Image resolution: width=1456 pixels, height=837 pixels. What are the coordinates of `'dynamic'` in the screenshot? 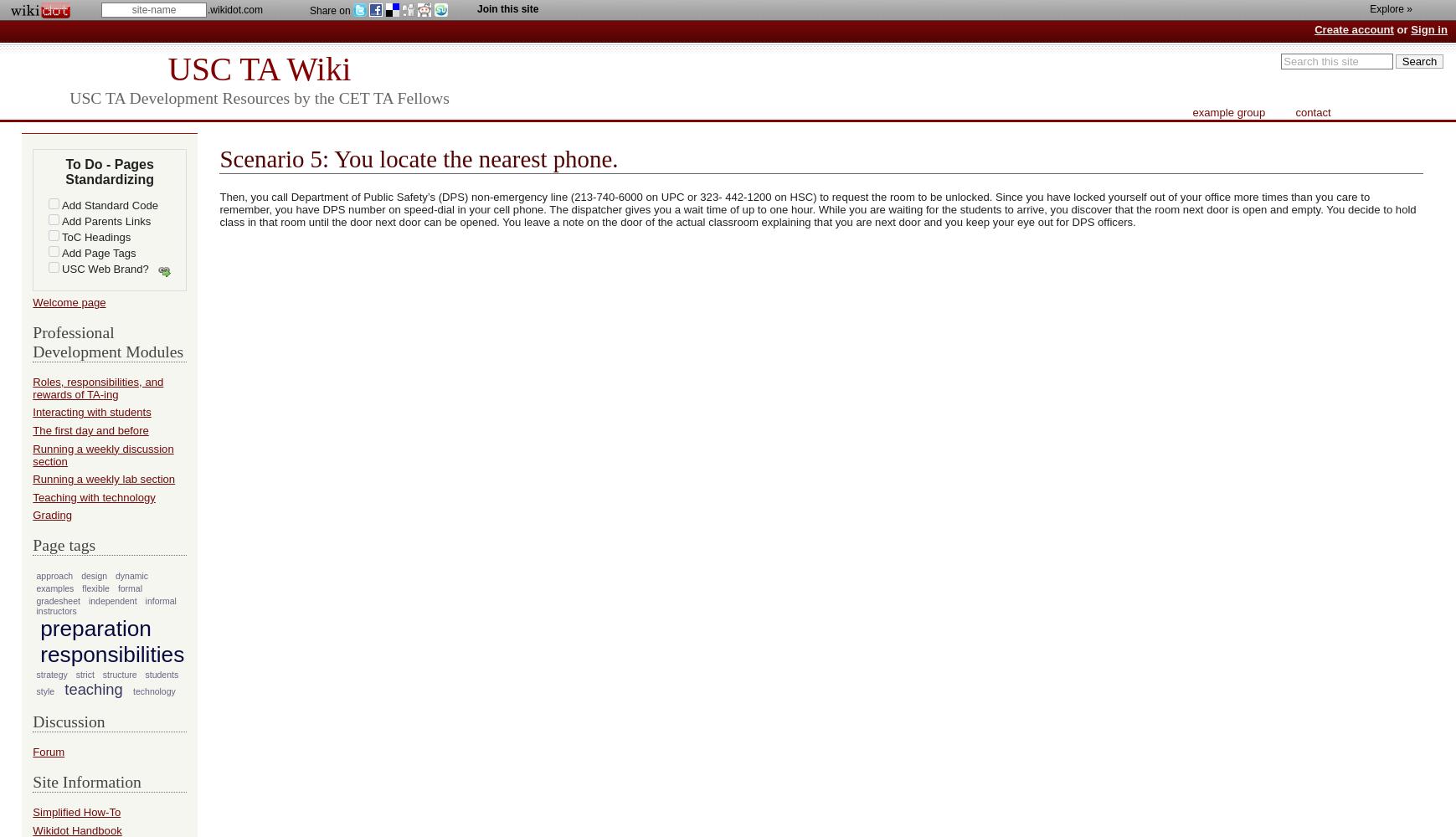 It's located at (131, 575).